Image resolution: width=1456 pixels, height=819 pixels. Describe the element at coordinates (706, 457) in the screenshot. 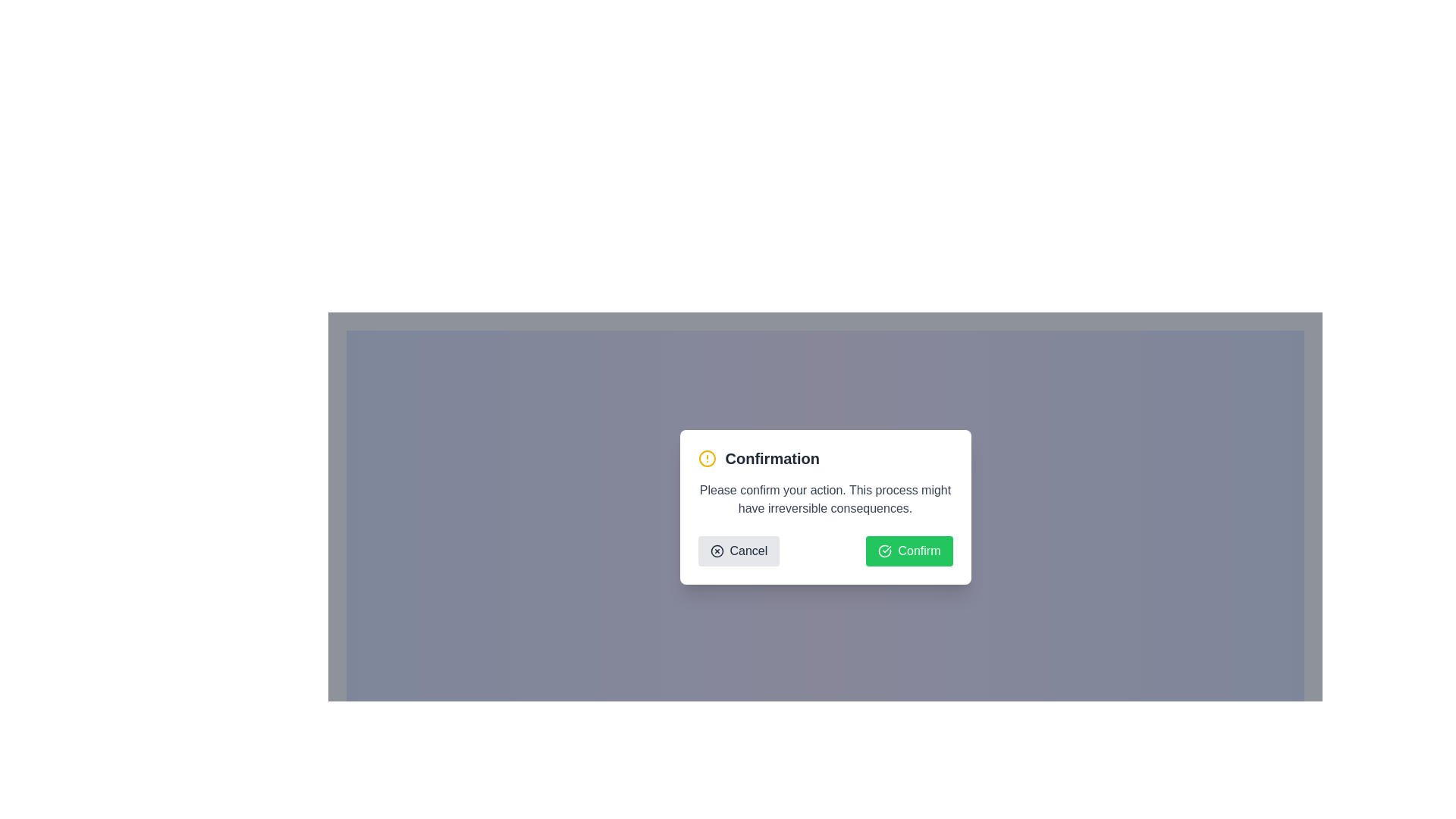

I see `the alert or warning icon located near the top-left corner of the modal dialog, directly to the left of the 'Confirmation' title text` at that location.